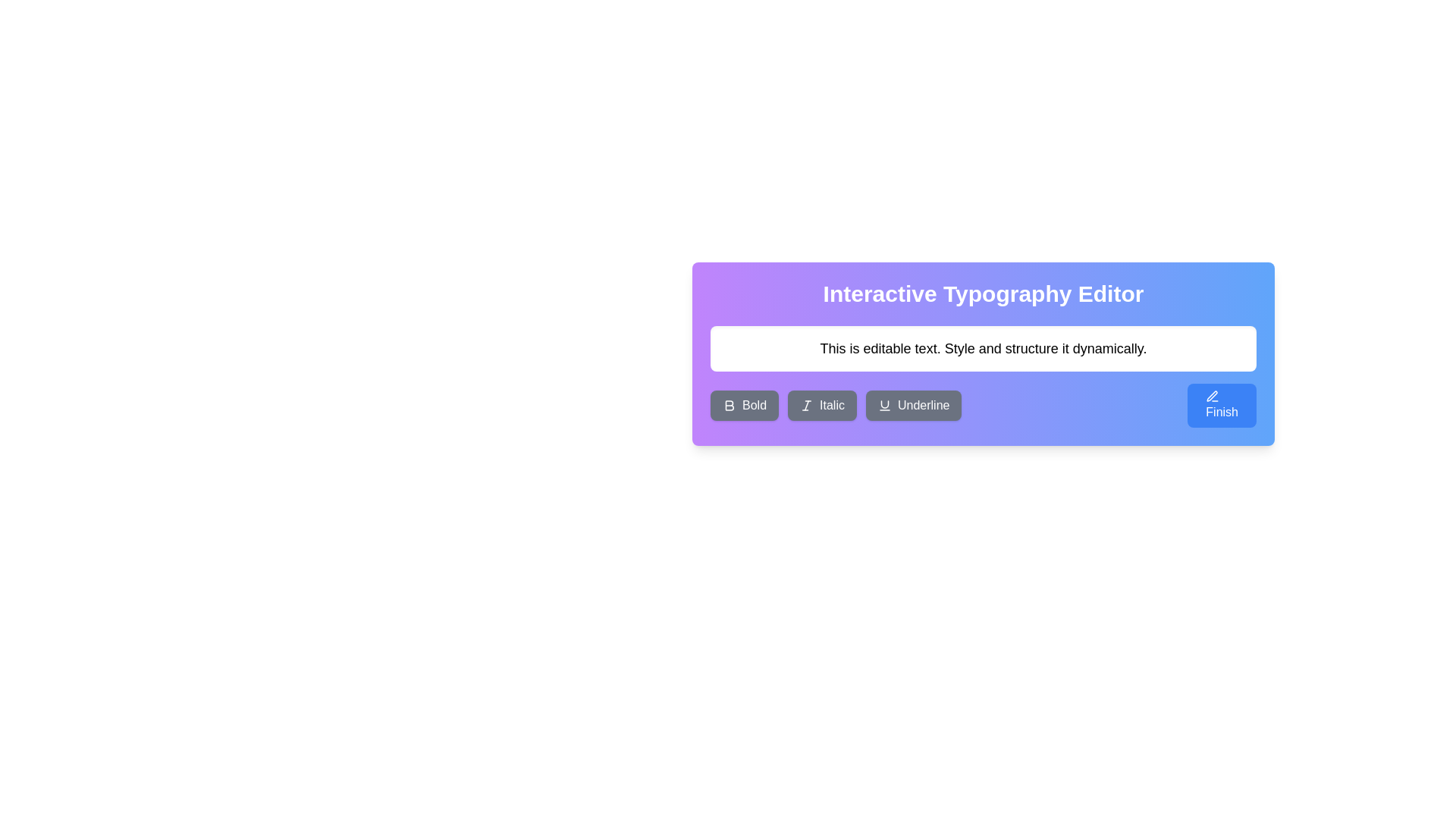 This screenshot has width=1456, height=819. I want to click on the 'Underline' button, which is the third button in a horizontal group of buttons labeled 'Bold,' 'Italic,' and 'Underline', to apply underline formatting, so click(913, 405).